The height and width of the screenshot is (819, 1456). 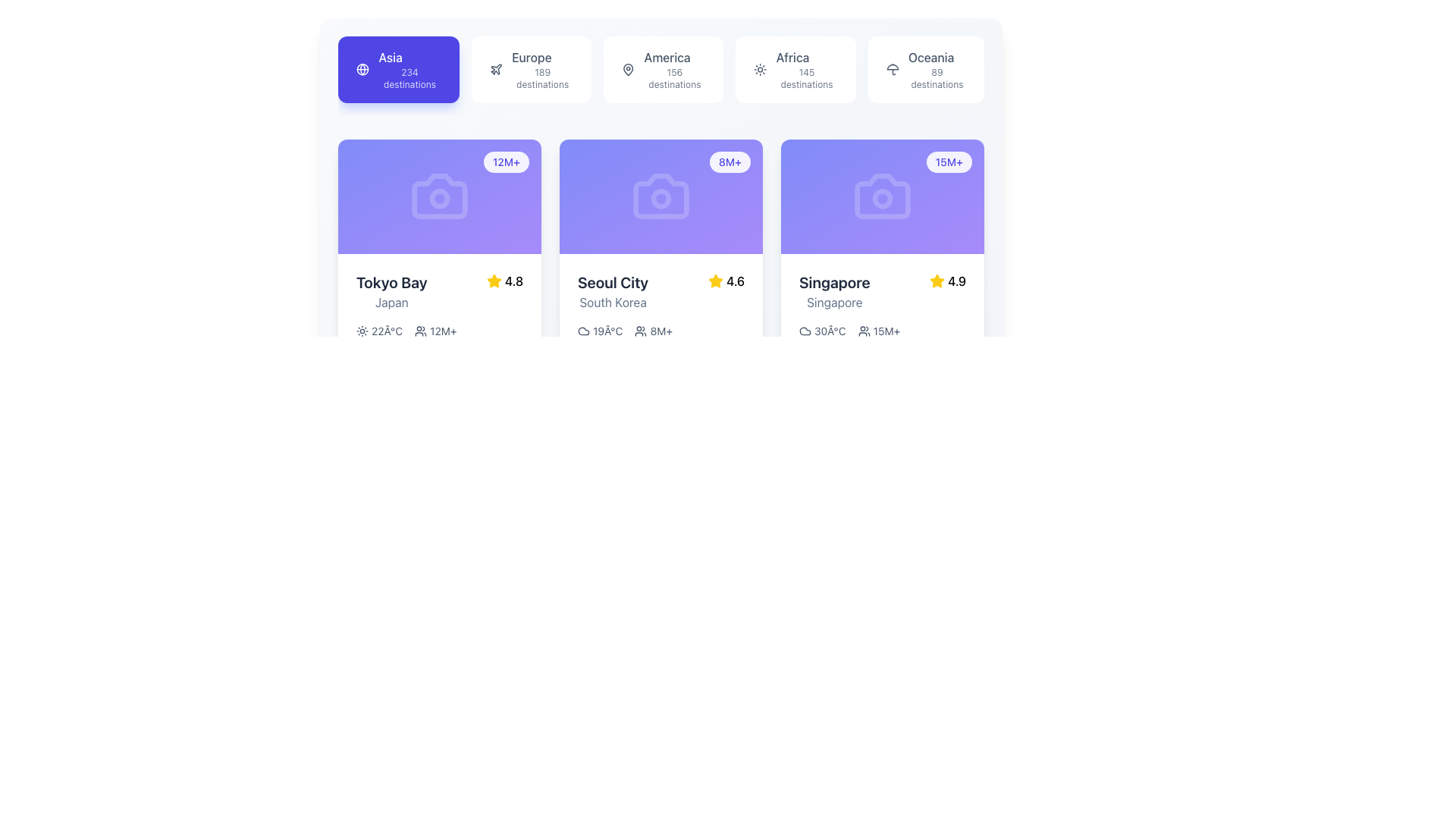 I want to click on the style of the yellow star icon used for the rating in the 'Seoul City, South Korea' card, which is highlighted and active, representing a rating value of '4.6', so click(x=715, y=281).